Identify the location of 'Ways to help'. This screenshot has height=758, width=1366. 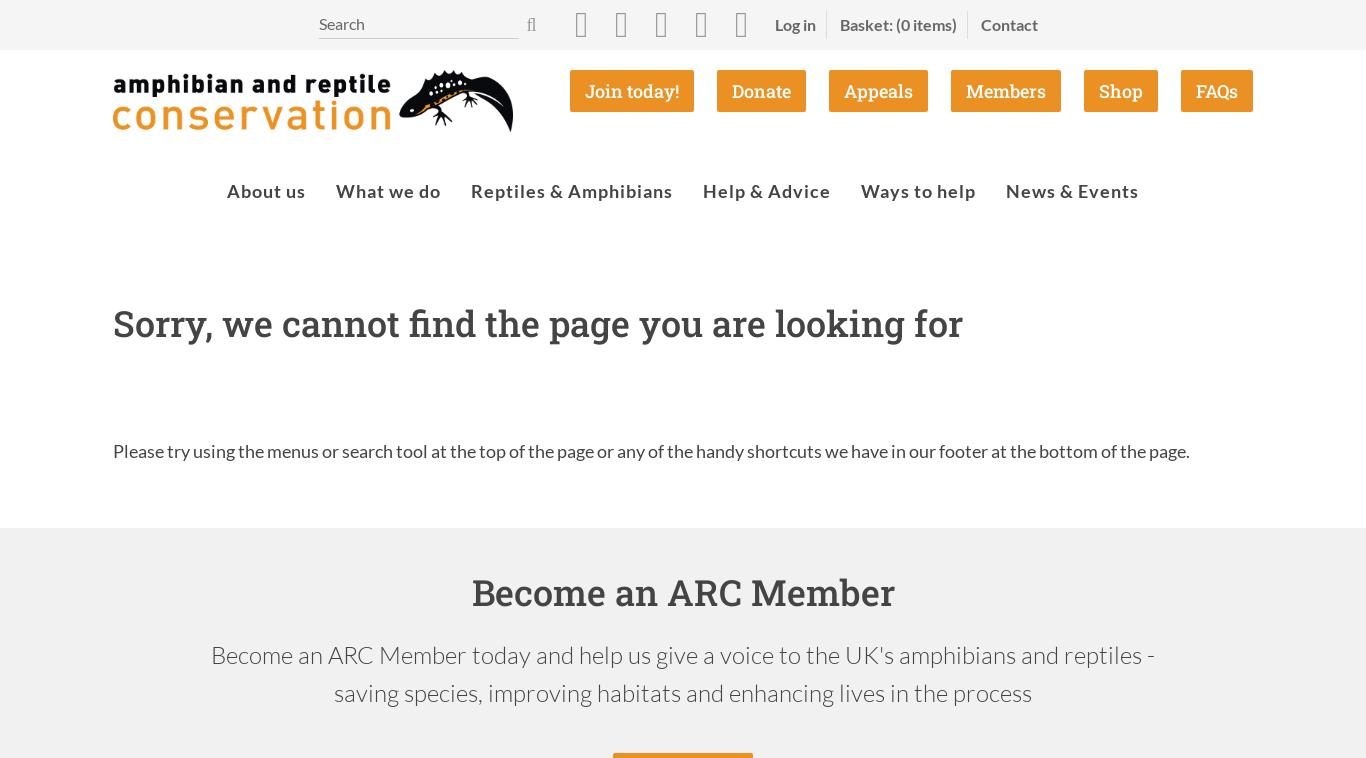
(918, 191).